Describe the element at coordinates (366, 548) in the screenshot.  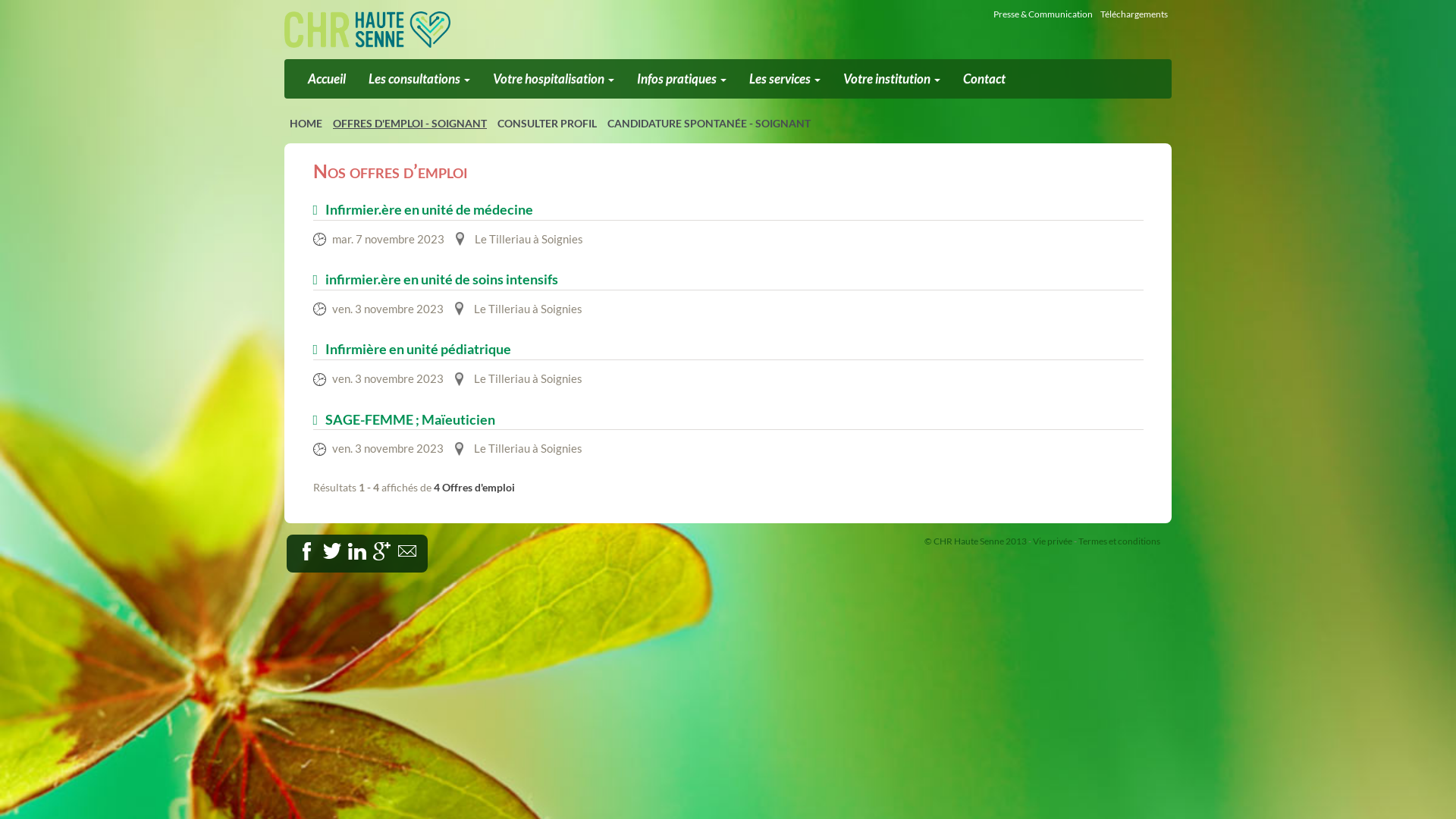
I see `'LinkedIn'` at that location.